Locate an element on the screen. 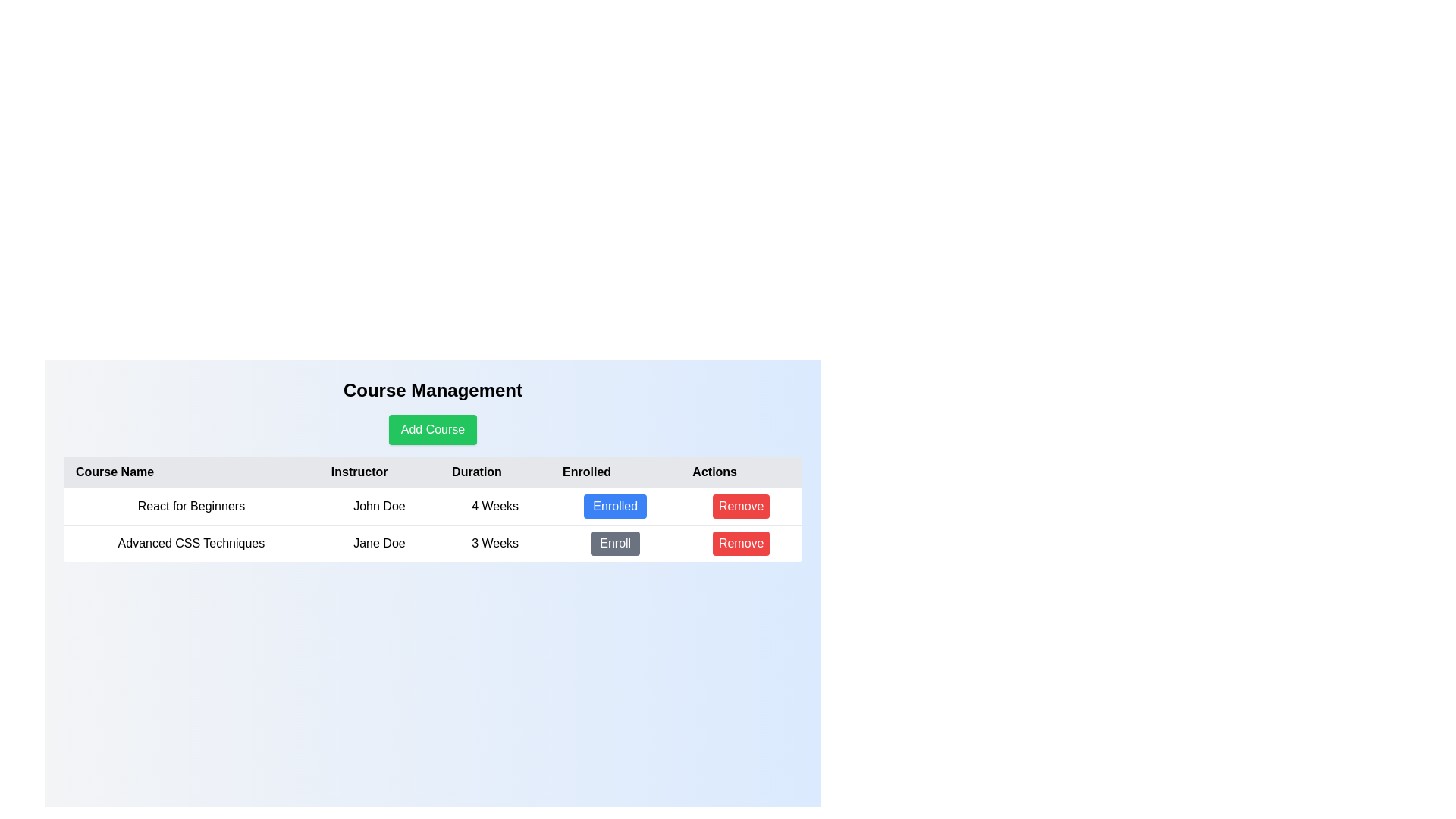 This screenshot has height=819, width=1456. the green 'Add Course' button located below the 'Course Management' title is located at coordinates (432, 430).